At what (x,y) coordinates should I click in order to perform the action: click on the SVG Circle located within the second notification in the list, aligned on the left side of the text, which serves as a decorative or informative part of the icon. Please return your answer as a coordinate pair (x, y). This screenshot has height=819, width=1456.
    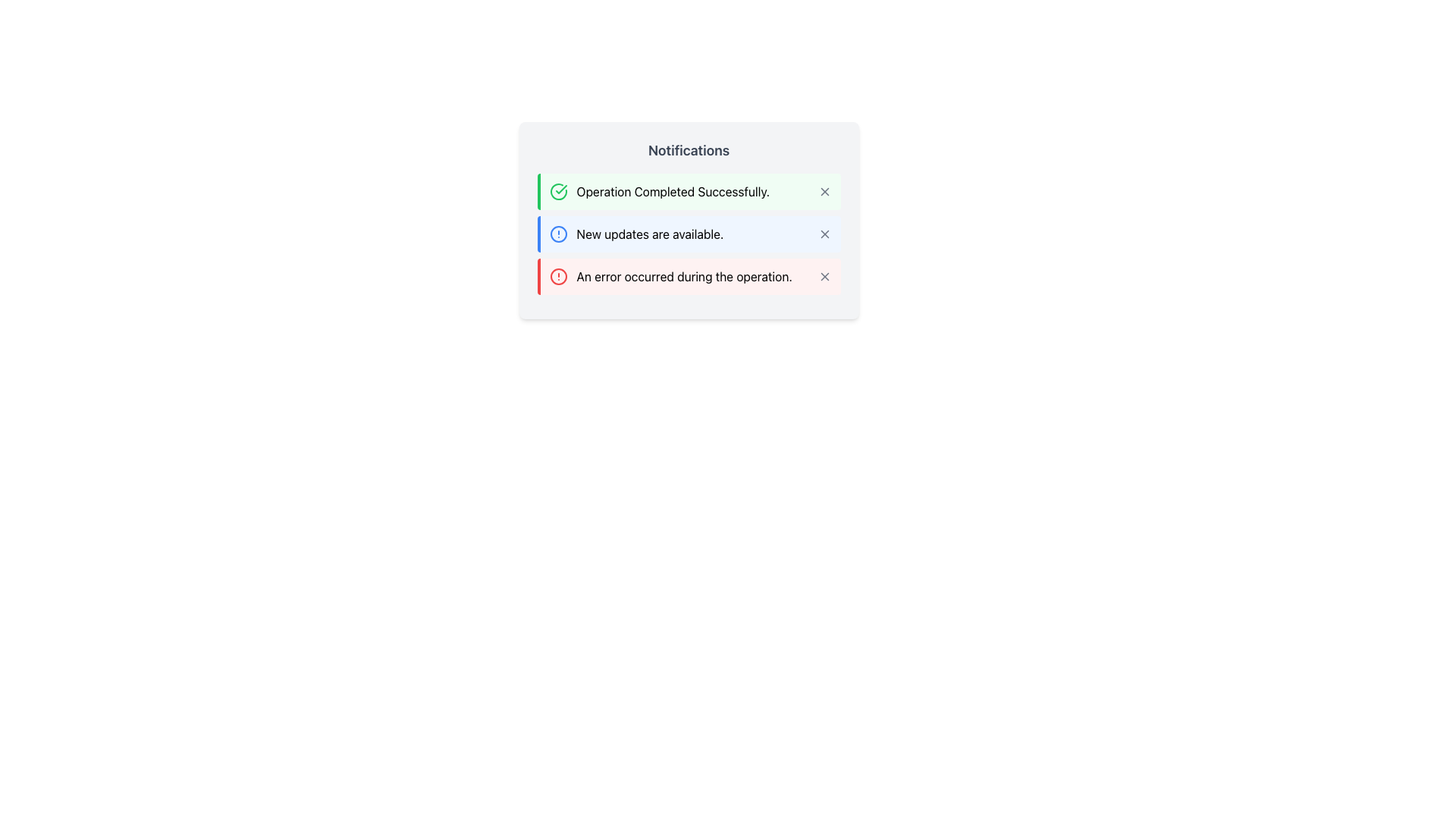
    Looking at the image, I should click on (557, 234).